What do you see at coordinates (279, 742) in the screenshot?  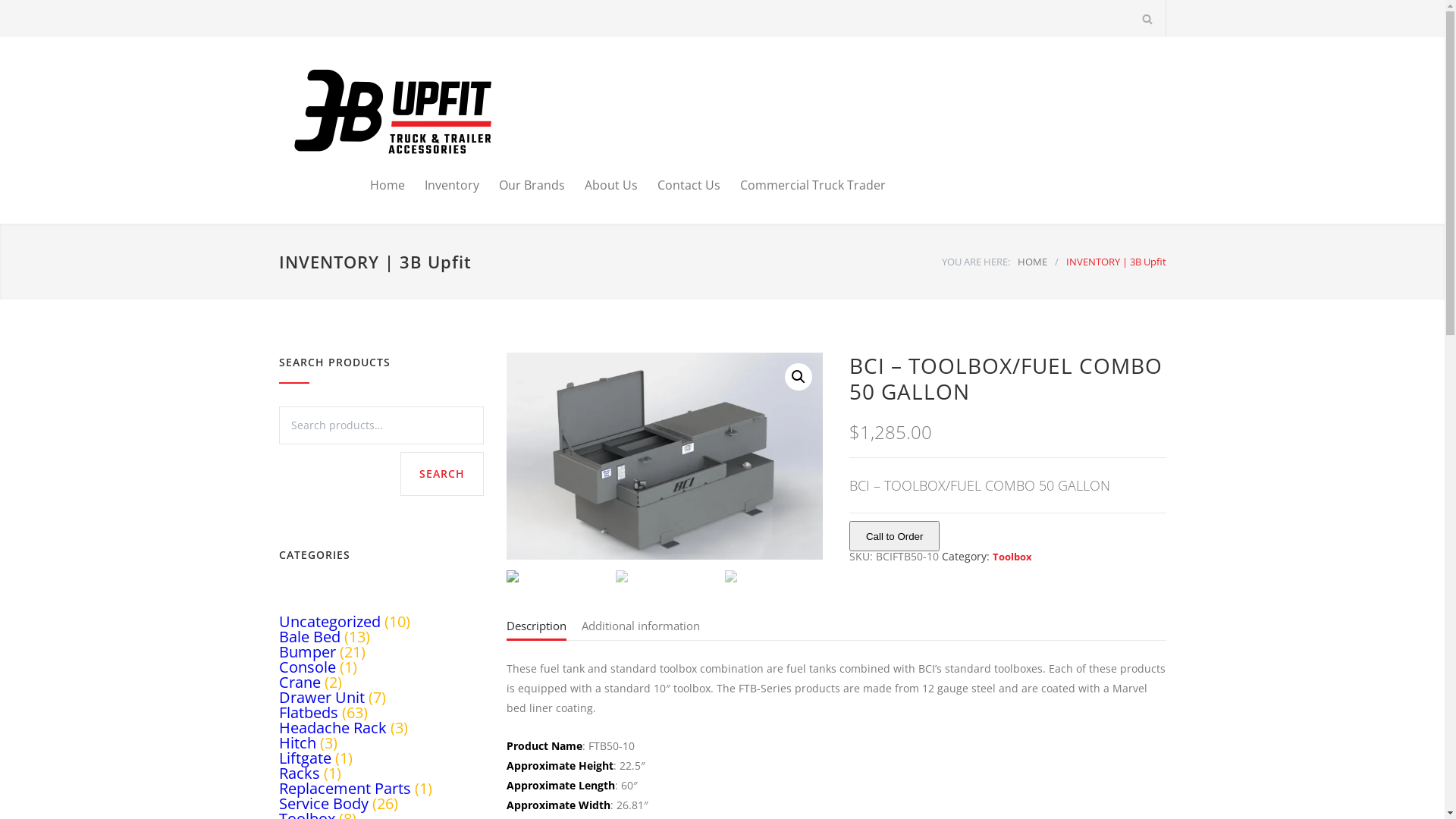 I see `'Hitch'` at bounding box center [279, 742].